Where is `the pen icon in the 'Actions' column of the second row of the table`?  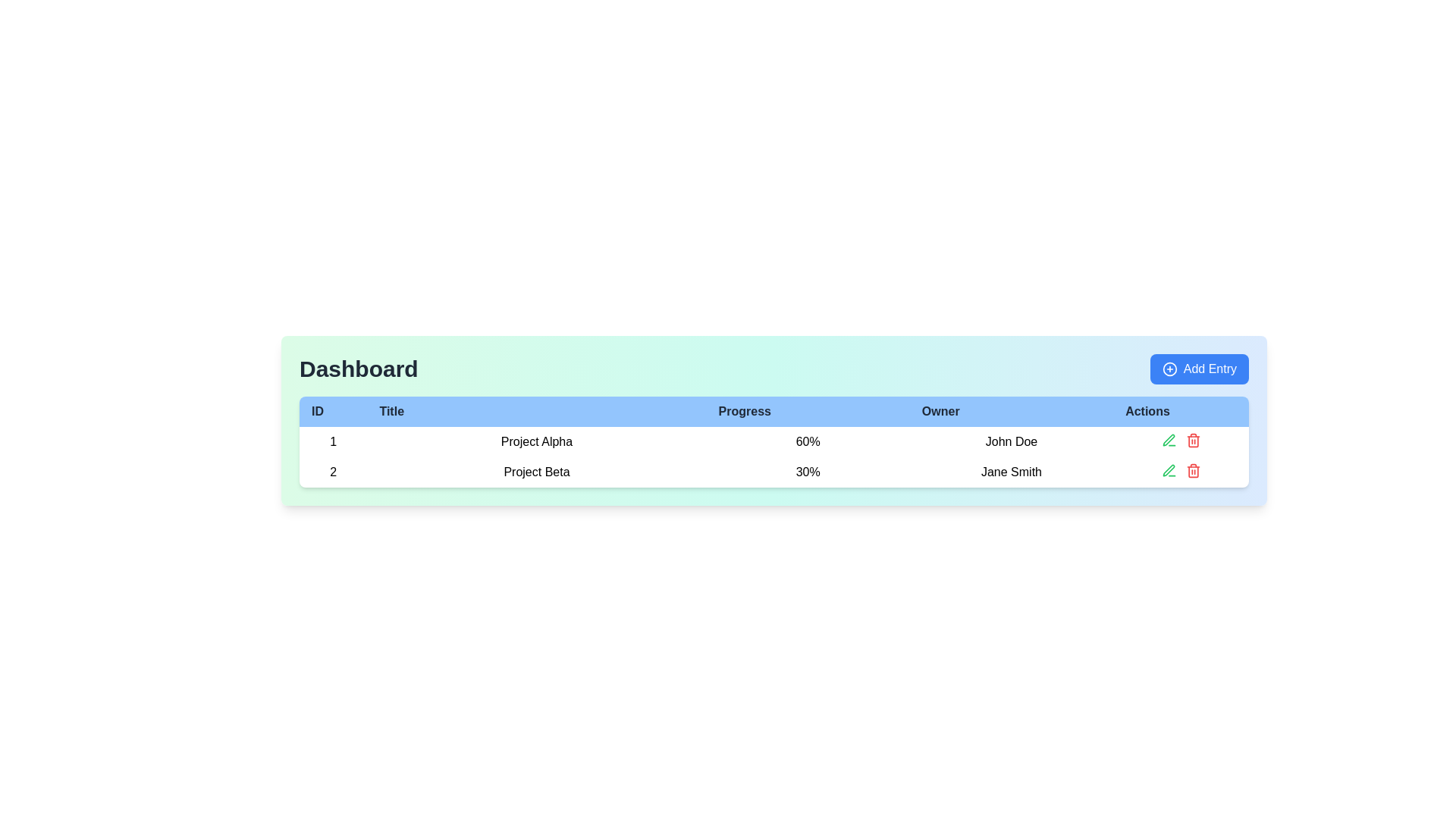 the pen icon in the 'Actions' column of the second row of the table is located at coordinates (1168, 440).